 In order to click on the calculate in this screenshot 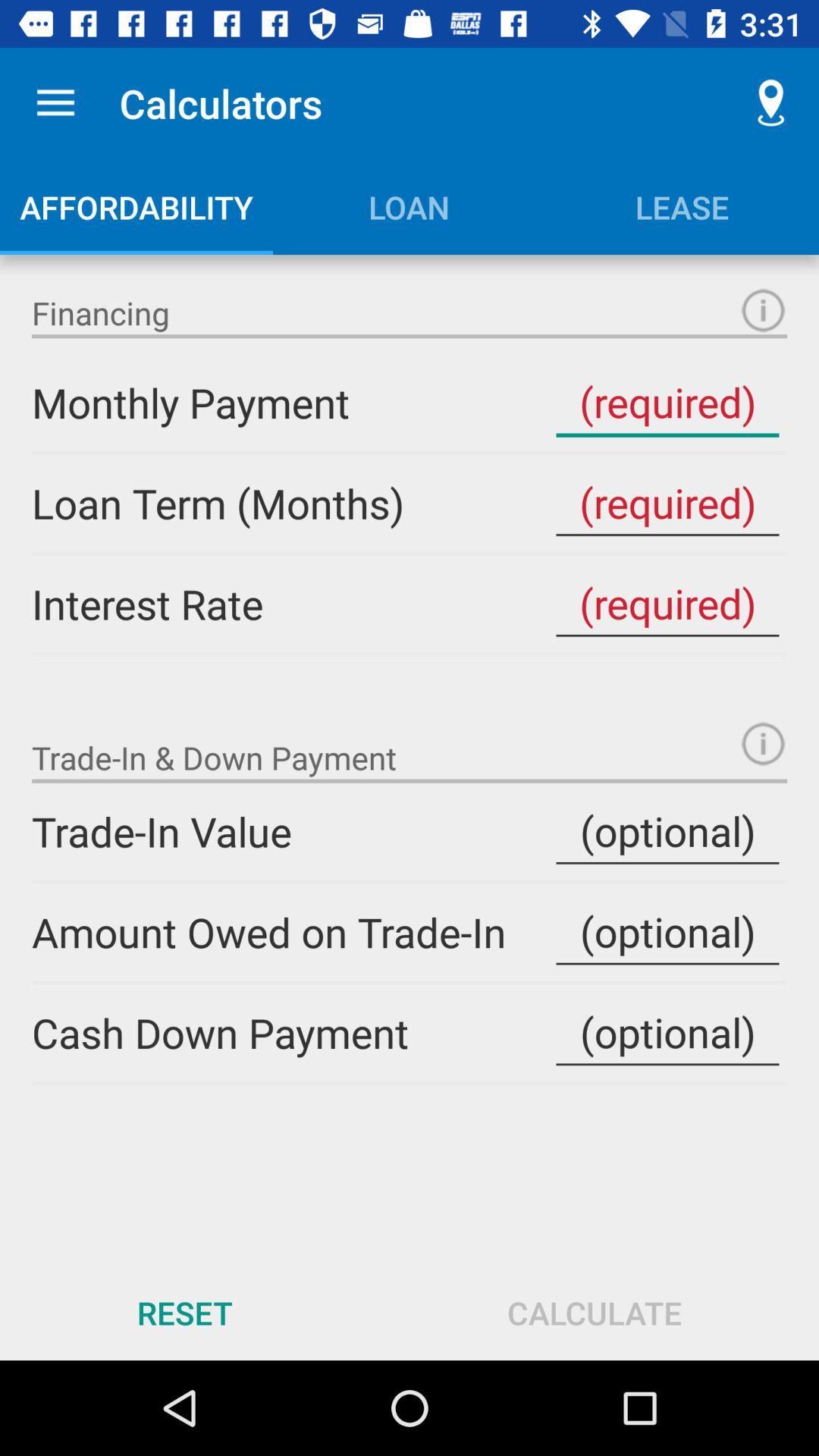, I will do `click(593, 1312)`.